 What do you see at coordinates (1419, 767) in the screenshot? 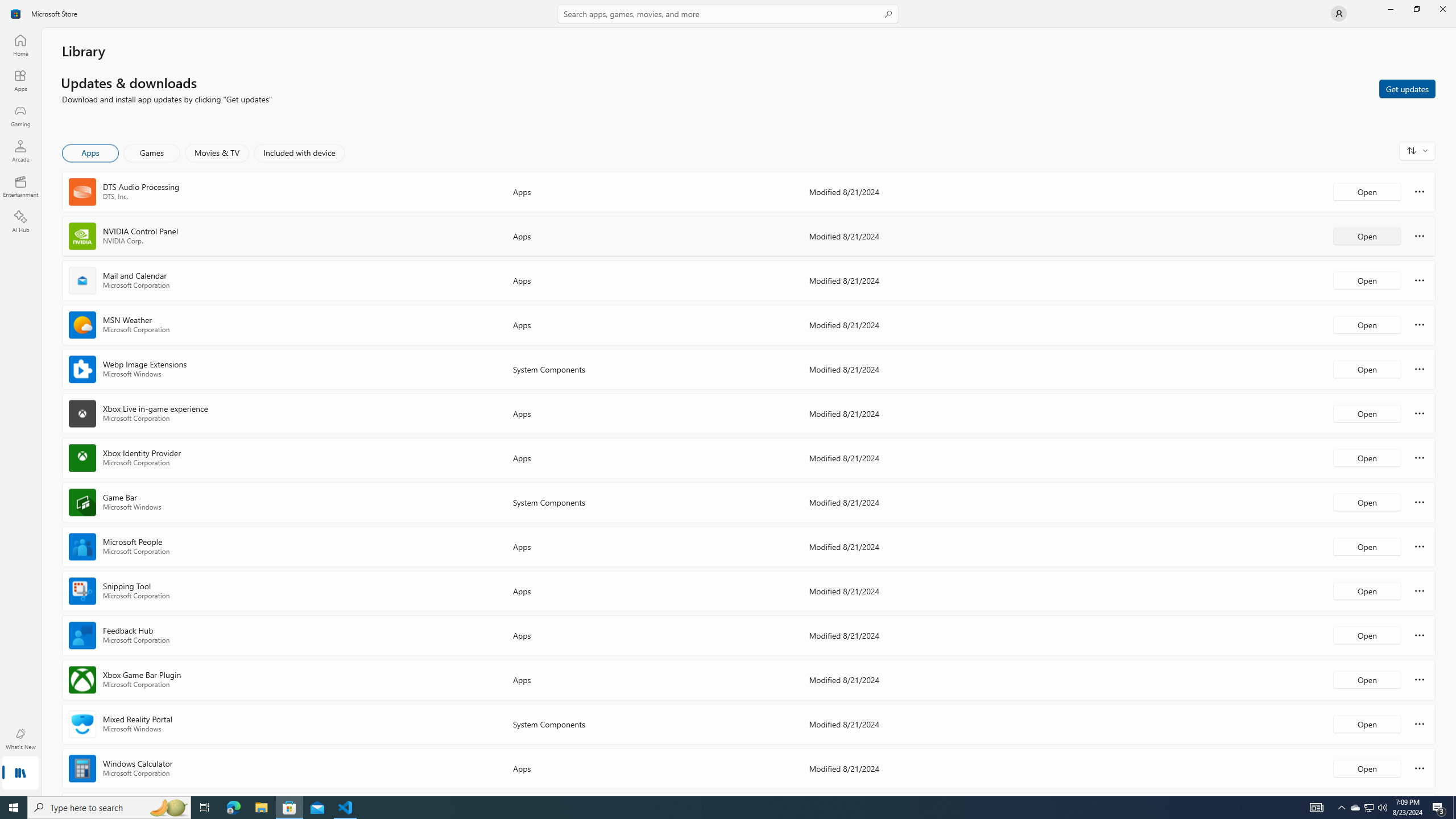
I see `'More options'` at bounding box center [1419, 767].